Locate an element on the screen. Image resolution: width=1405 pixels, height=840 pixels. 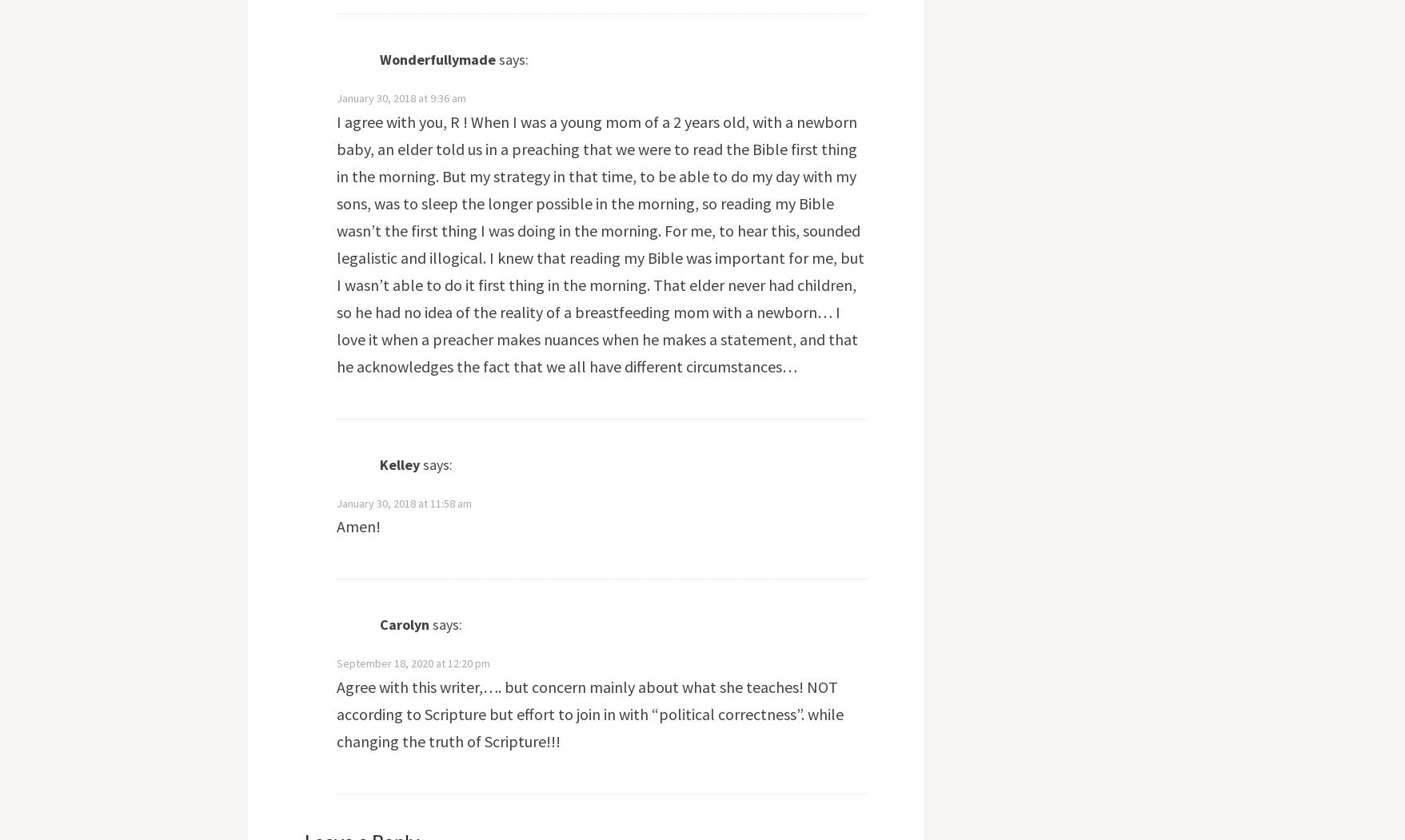
'Kelley' is located at coordinates (397, 464).